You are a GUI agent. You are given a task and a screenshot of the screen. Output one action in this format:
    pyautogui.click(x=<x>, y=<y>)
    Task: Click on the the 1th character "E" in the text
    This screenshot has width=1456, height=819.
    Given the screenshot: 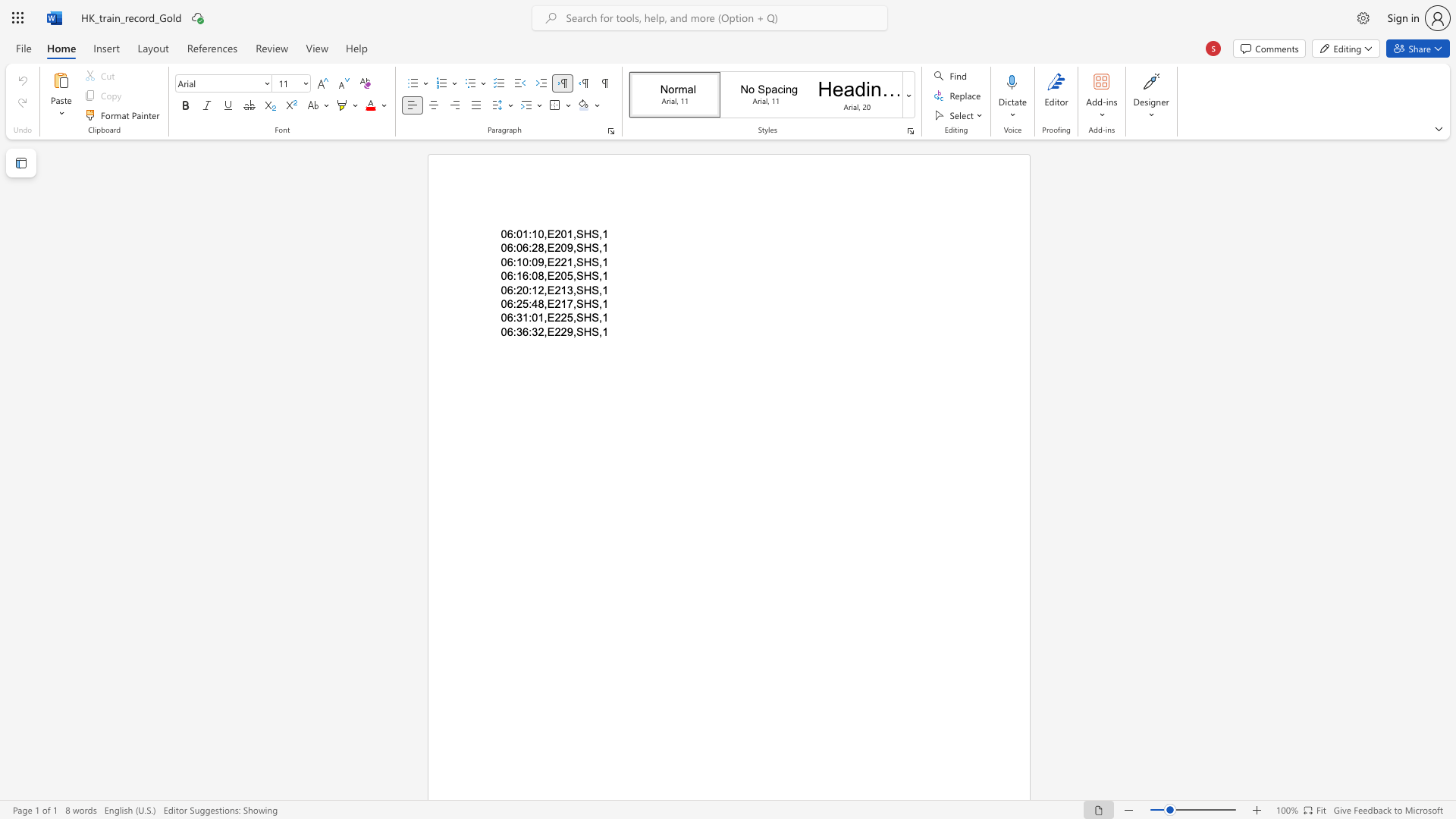 What is the action you would take?
    pyautogui.click(x=550, y=276)
    